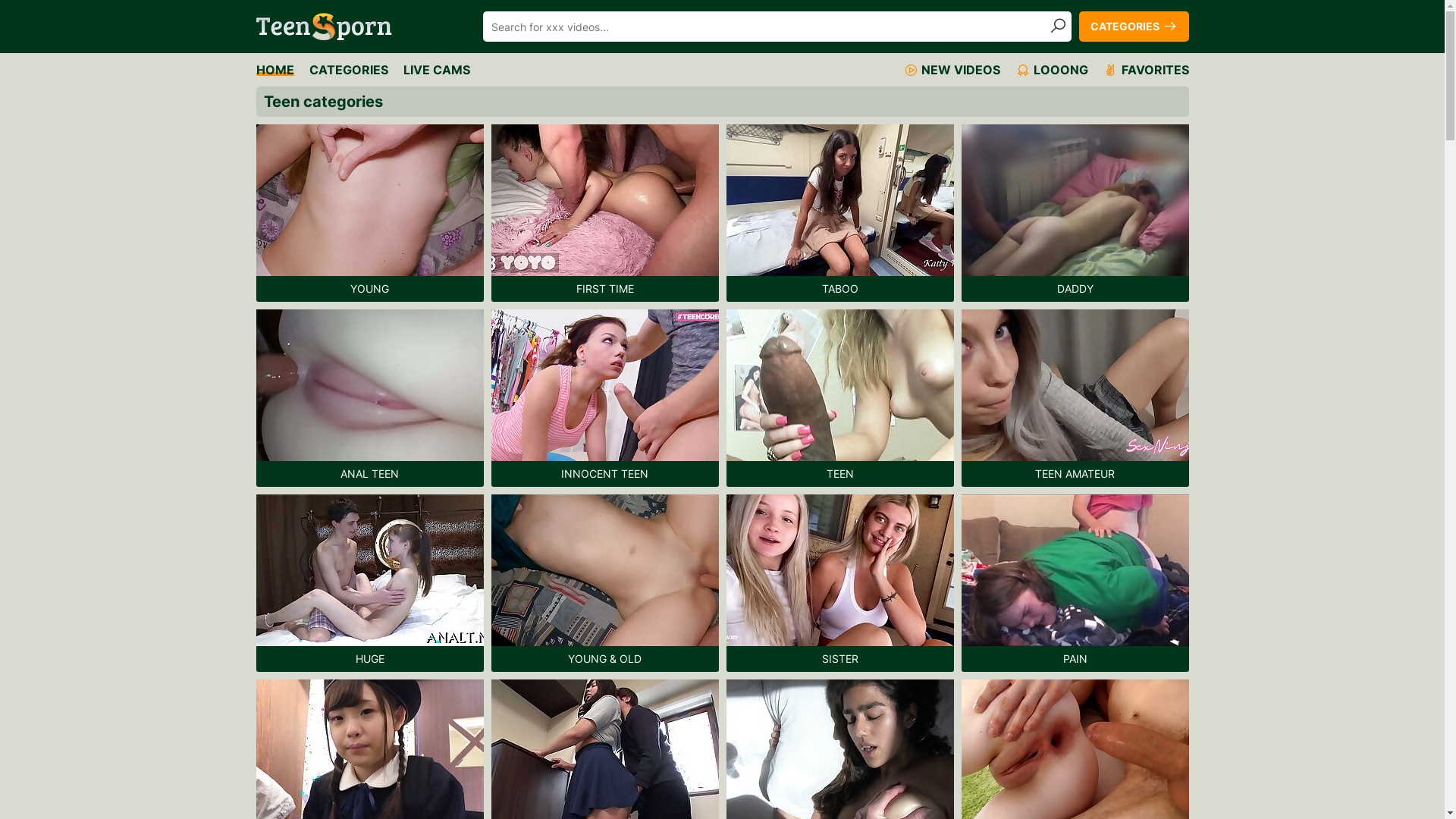  What do you see at coordinates (604, 397) in the screenshot?
I see `'INNOCENT TEEN'` at bounding box center [604, 397].